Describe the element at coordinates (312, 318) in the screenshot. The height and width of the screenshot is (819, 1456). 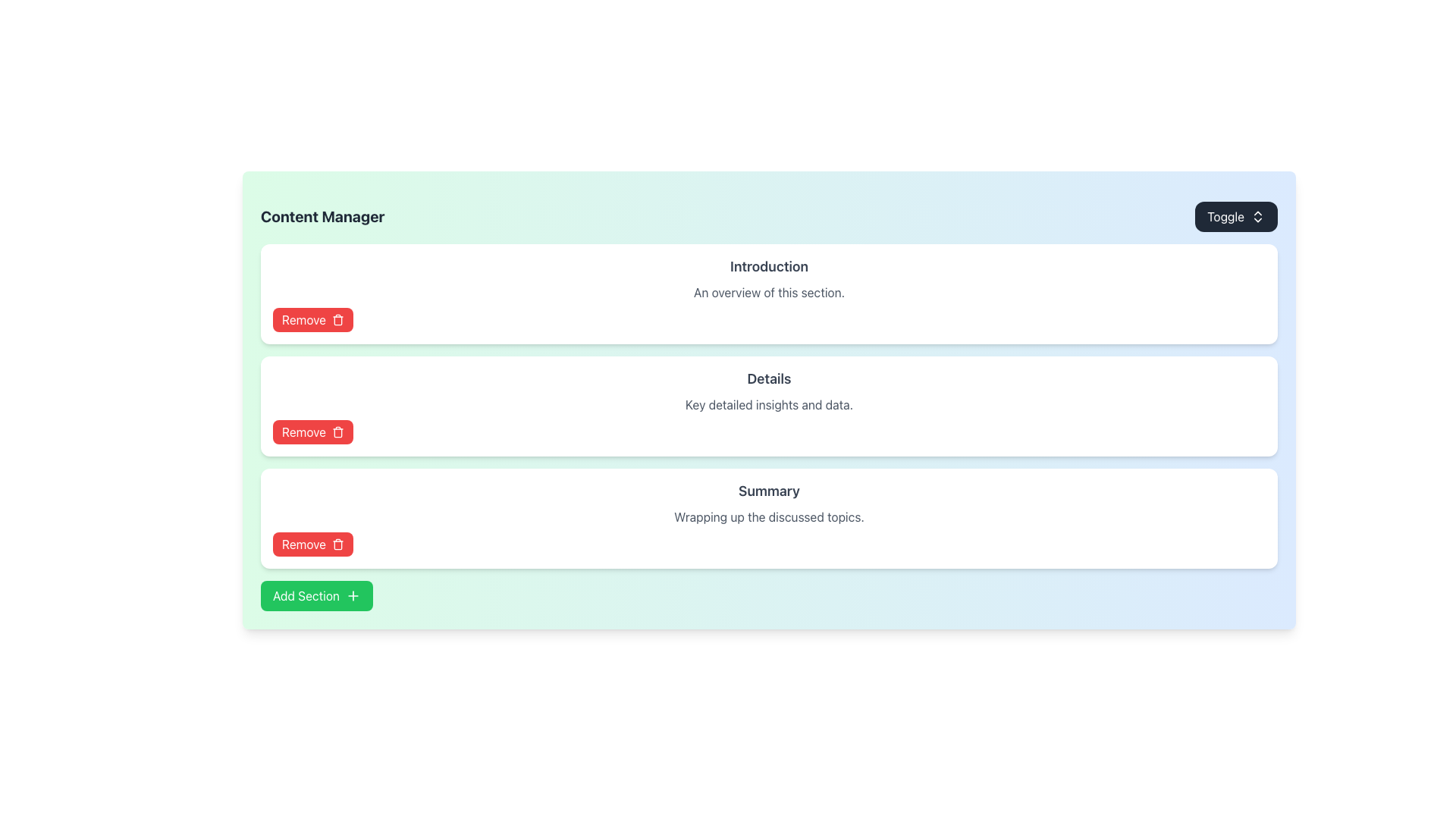
I see `the 'Remove' button, which is a rectangular button with a red background and white text, located at the bottom-right of the 'Introduction' section` at that location.